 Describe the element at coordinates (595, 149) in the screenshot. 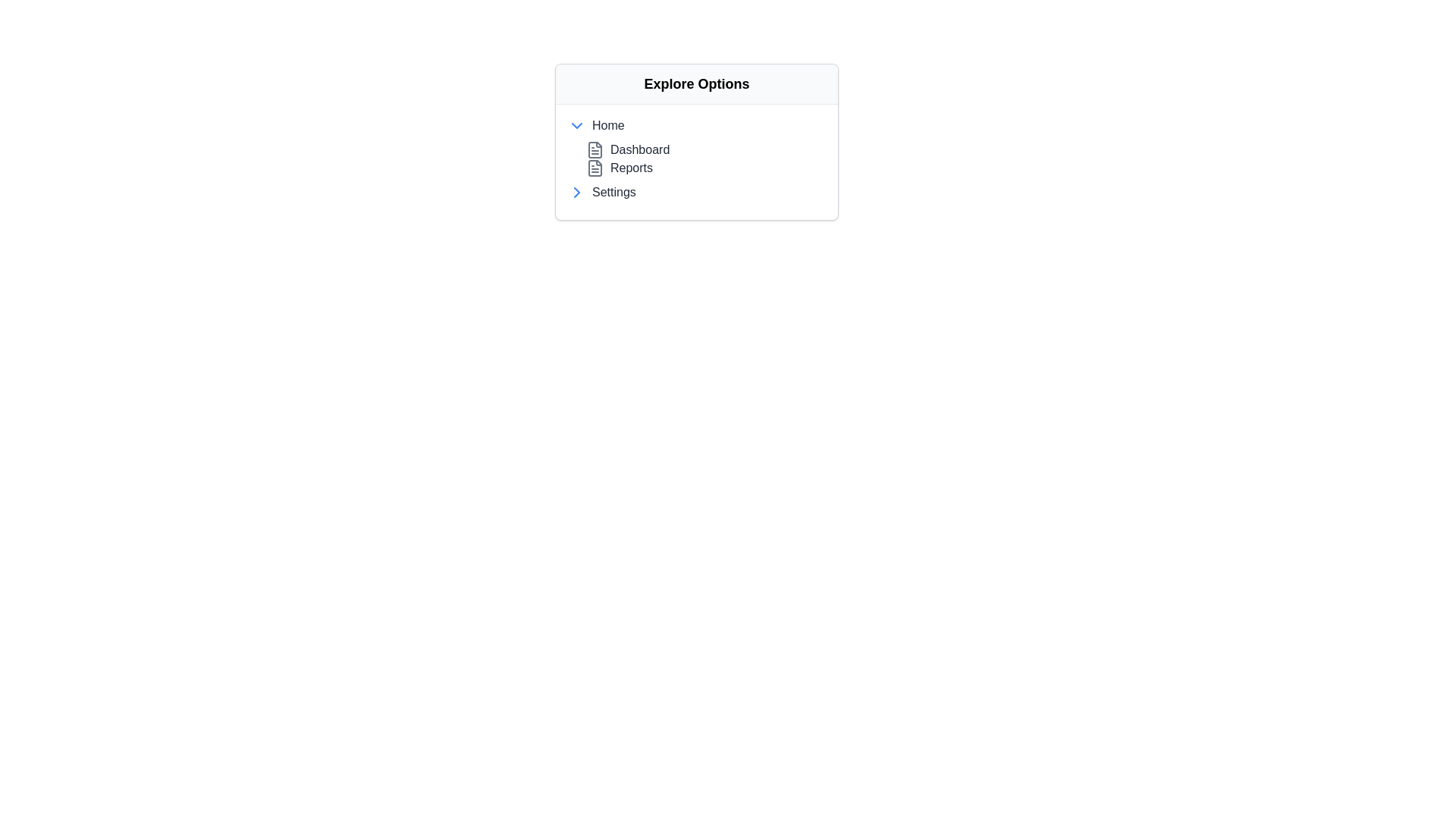

I see `the document icon, which is a gray rectangular shape with a folded corner, located to the left of the 'Dashboard' text in the 'Explore Options' menu` at that location.